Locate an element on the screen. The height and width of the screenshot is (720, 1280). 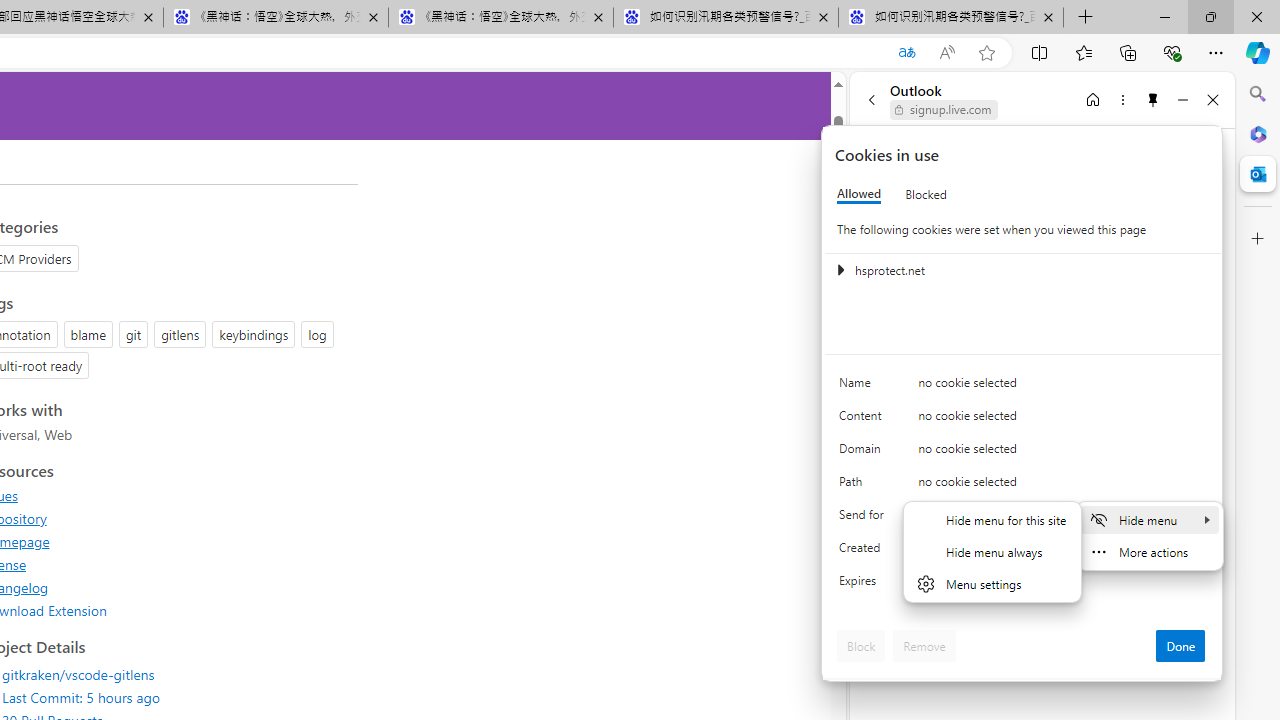
'Blocked' is located at coordinates (925, 194).